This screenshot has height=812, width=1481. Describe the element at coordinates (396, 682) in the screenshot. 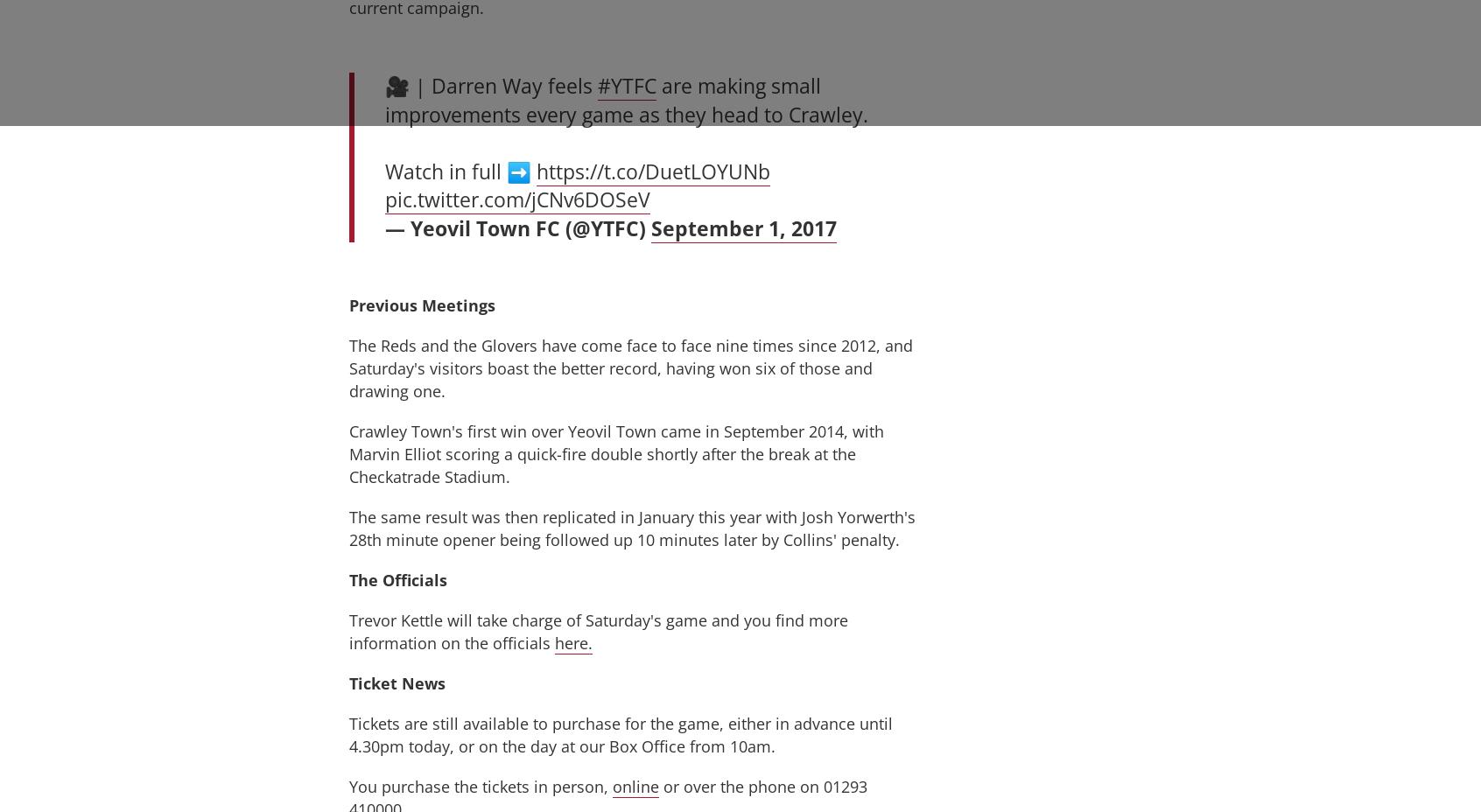

I see `'Ticket News'` at that location.